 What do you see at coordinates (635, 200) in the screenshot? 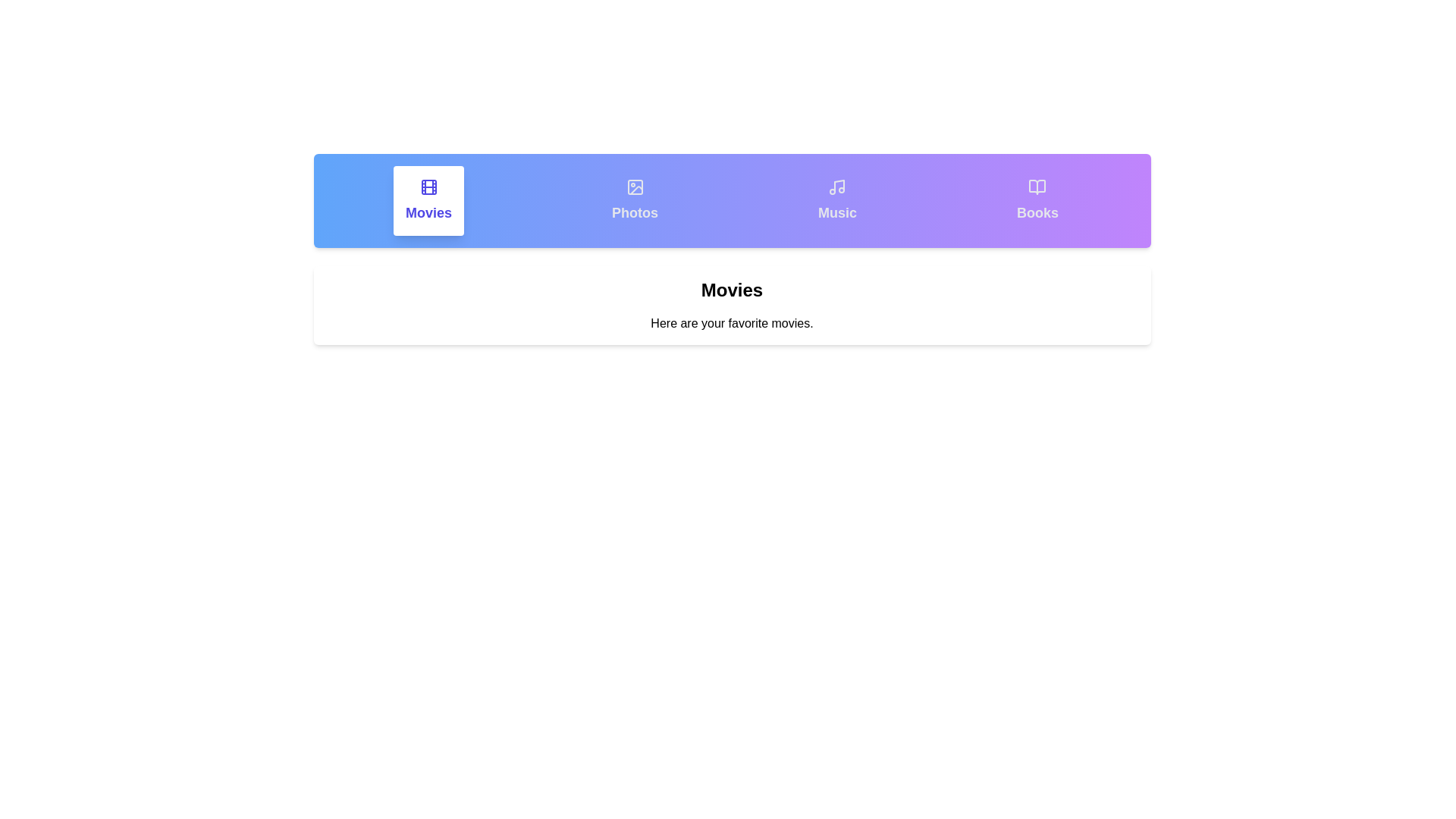
I see `the Photos tab to view its hover effects` at bounding box center [635, 200].